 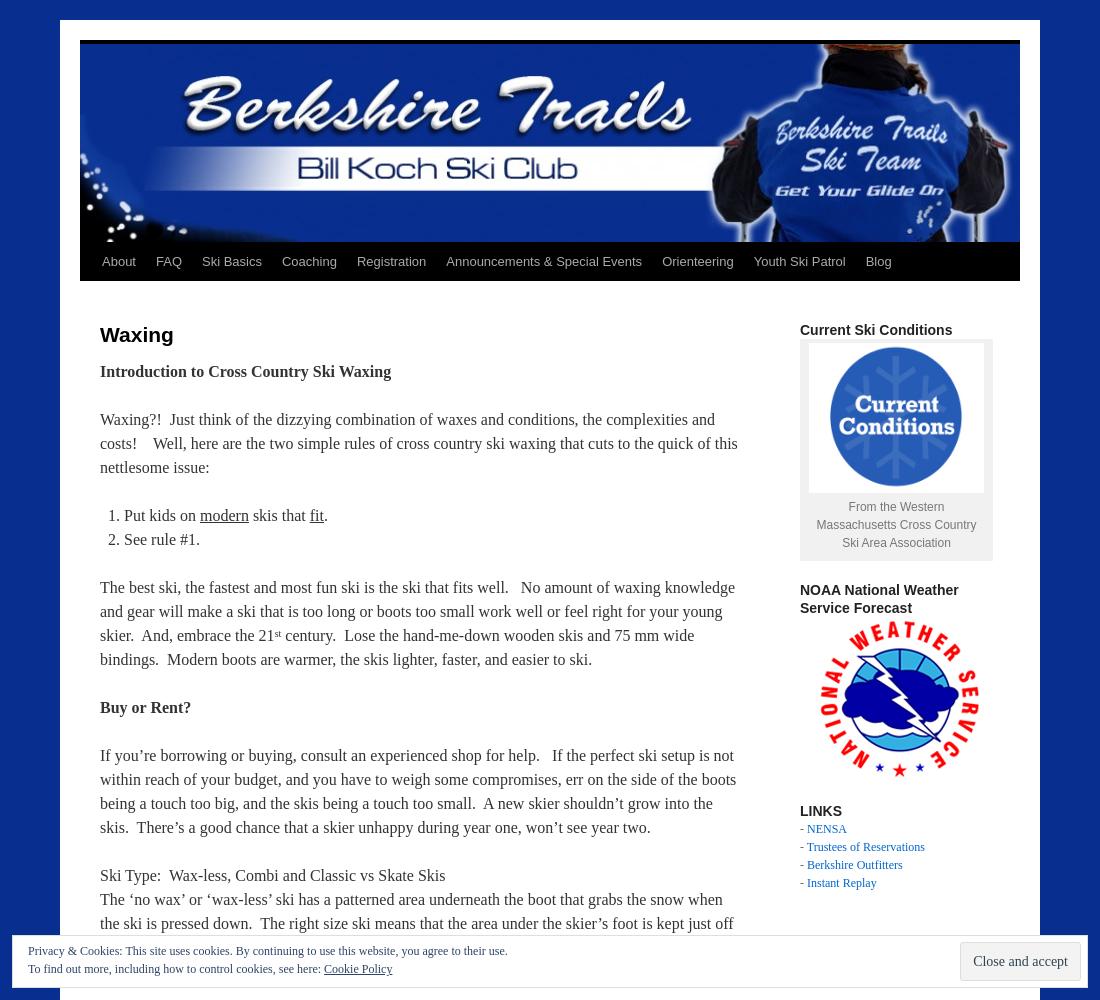 What do you see at coordinates (800, 811) in the screenshot?
I see `'LINKS'` at bounding box center [800, 811].